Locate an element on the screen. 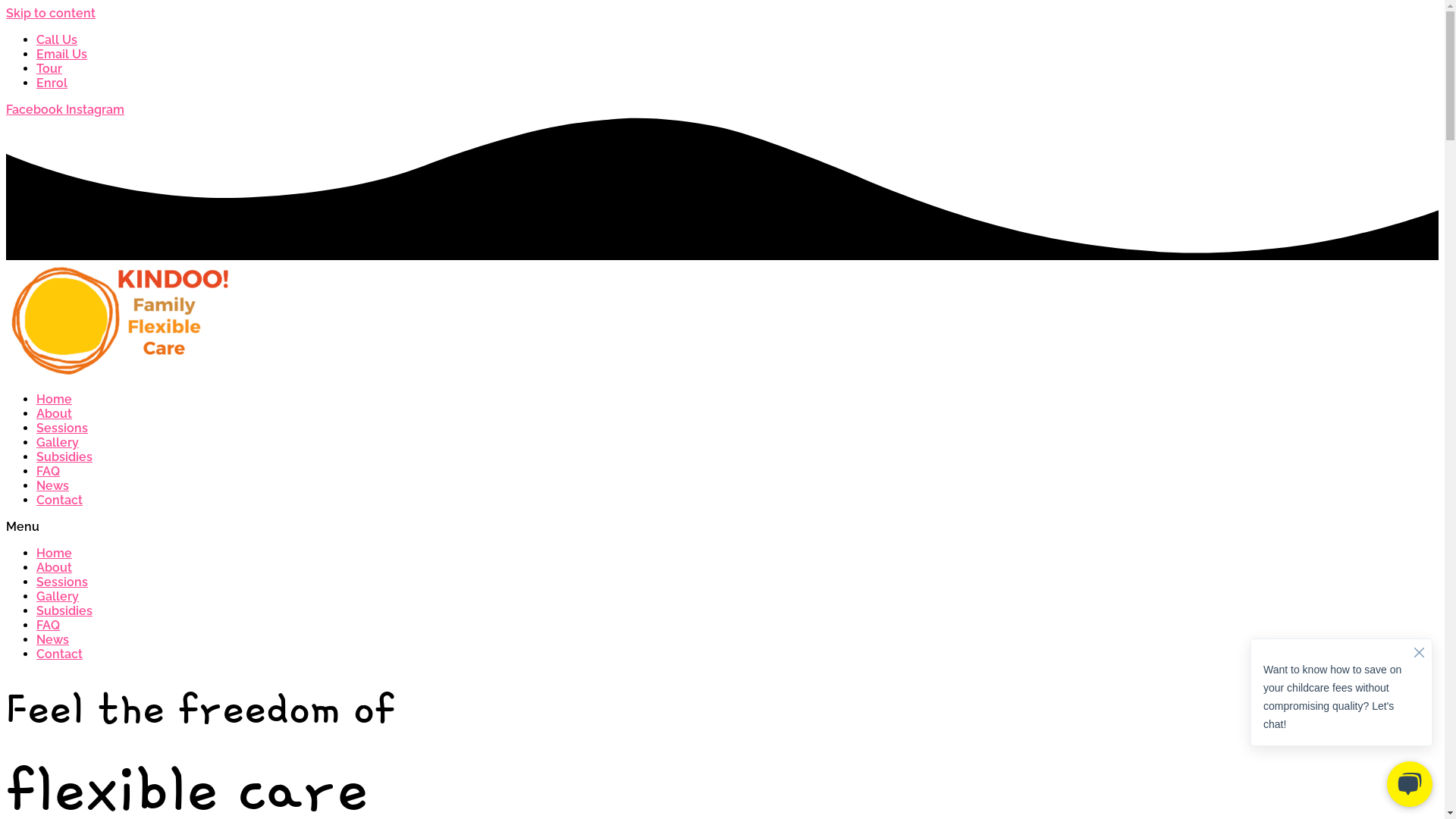  'Contact' is located at coordinates (36, 500).